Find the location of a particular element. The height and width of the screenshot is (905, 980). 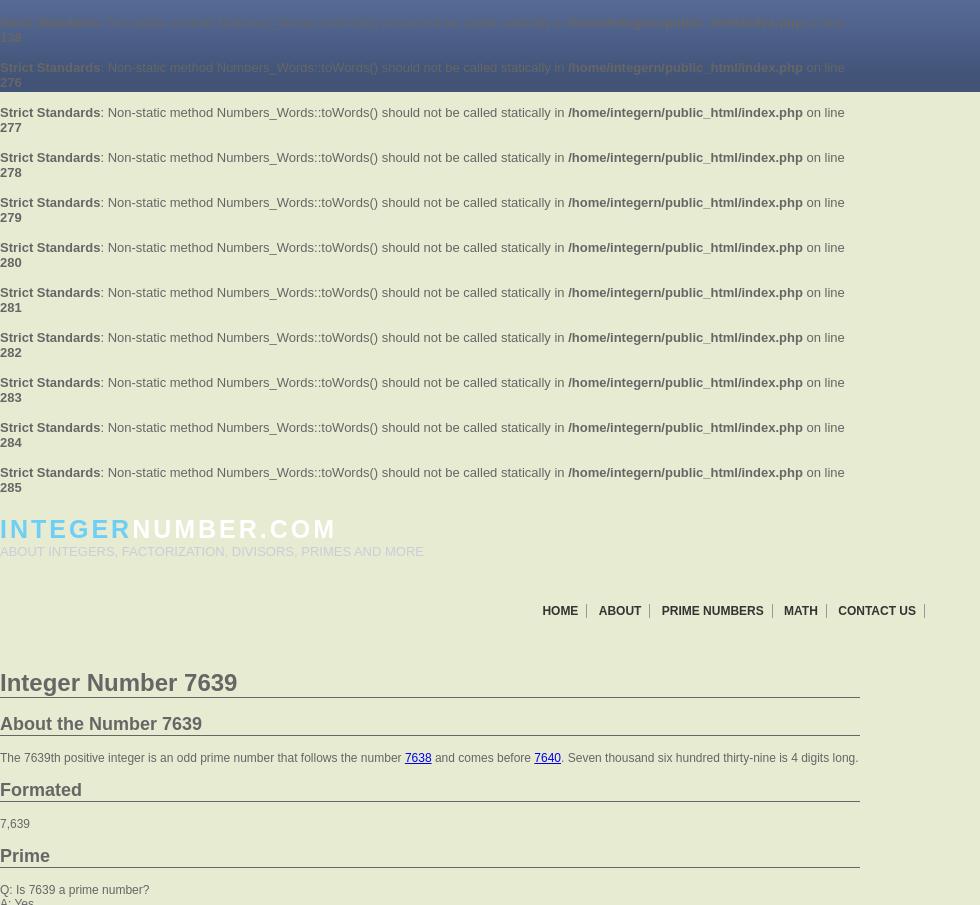

'276' is located at coordinates (10, 82).